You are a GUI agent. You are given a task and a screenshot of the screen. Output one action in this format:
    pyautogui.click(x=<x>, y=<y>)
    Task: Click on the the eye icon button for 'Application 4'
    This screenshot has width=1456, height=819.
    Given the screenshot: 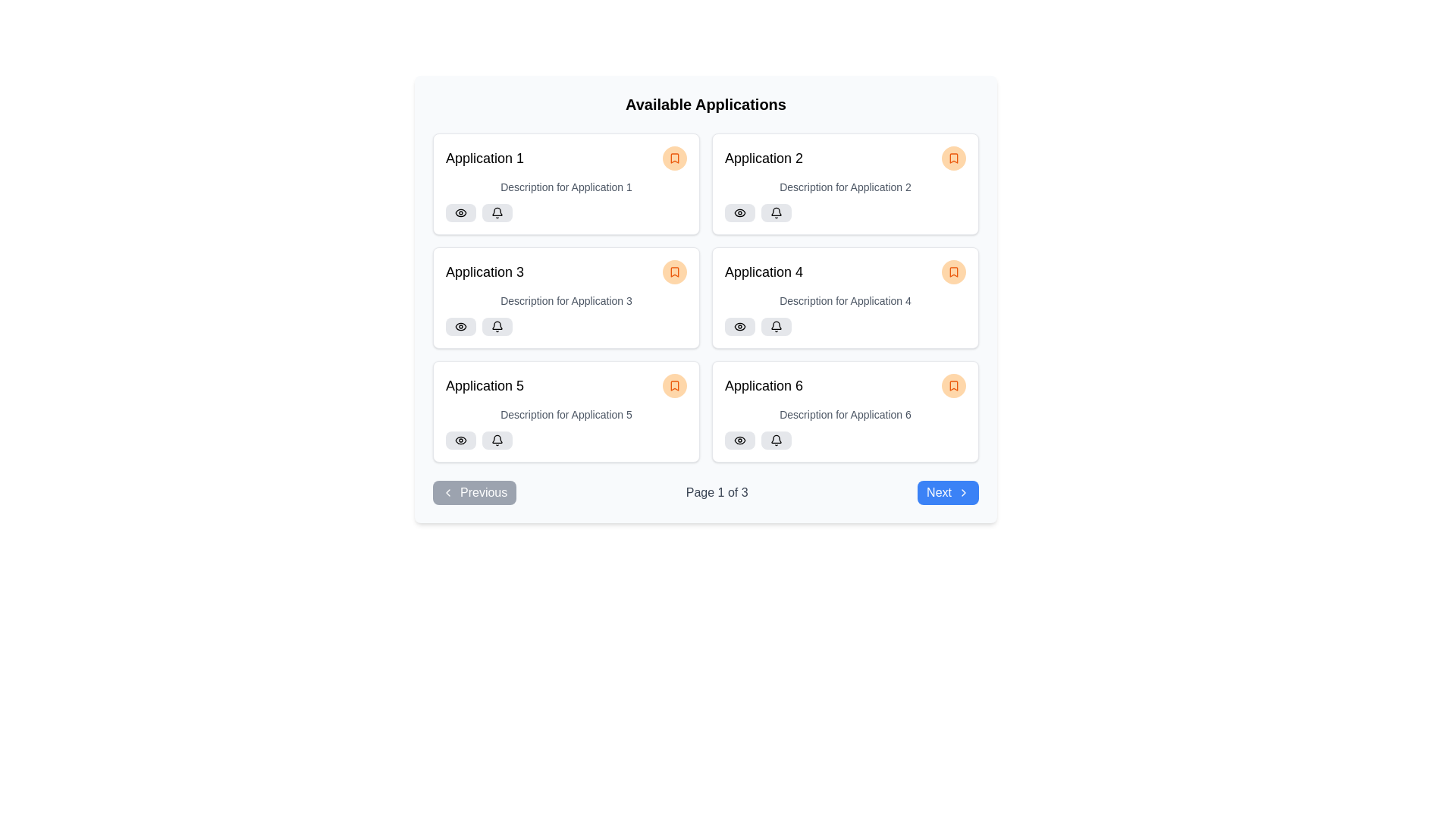 What is the action you would take?
    pyautogui.click(x=739, y=326)
    